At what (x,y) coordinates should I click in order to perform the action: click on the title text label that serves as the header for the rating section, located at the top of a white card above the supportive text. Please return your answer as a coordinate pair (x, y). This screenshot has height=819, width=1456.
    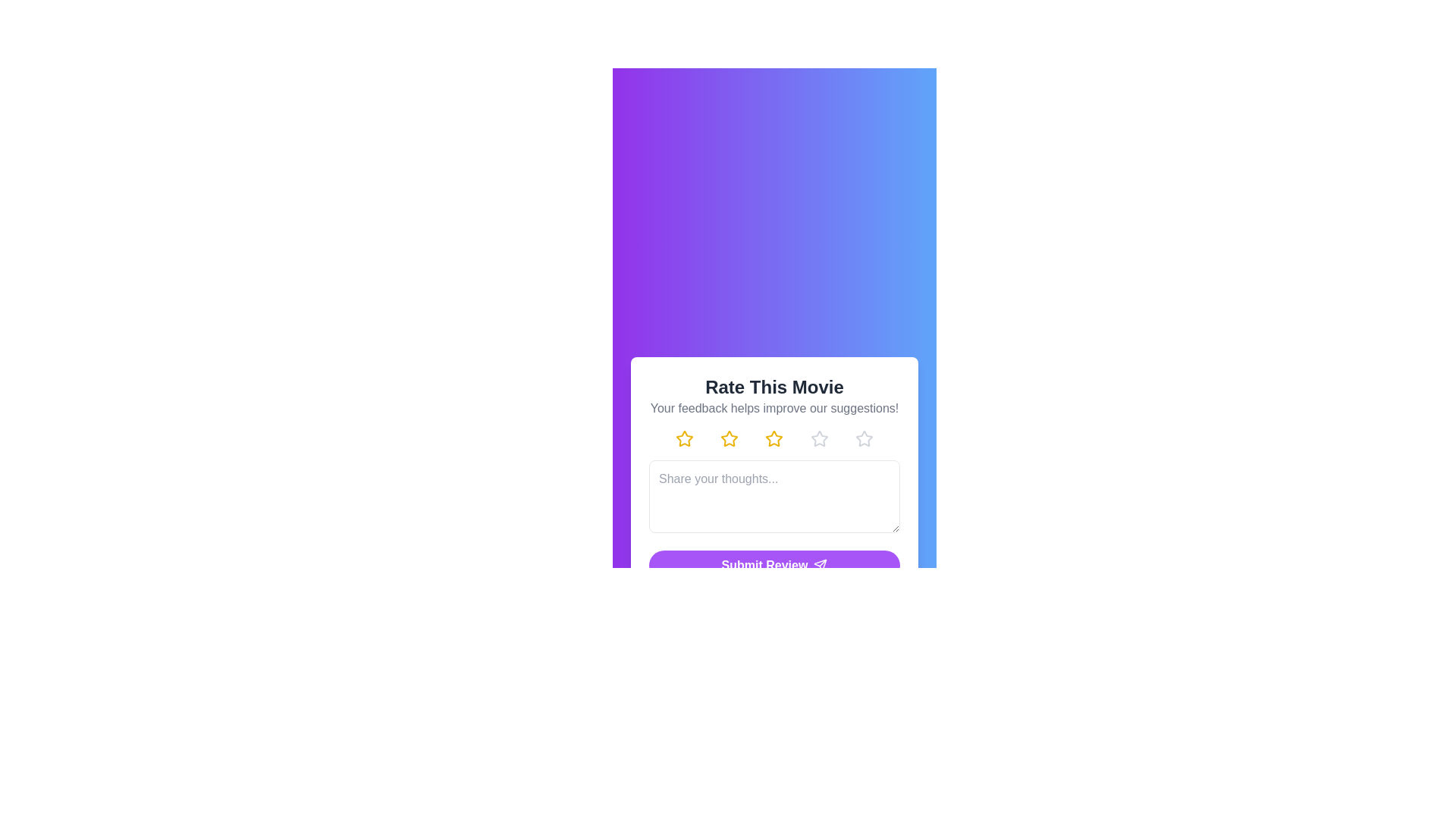
    Looking at the image, I should click on (774, 386).